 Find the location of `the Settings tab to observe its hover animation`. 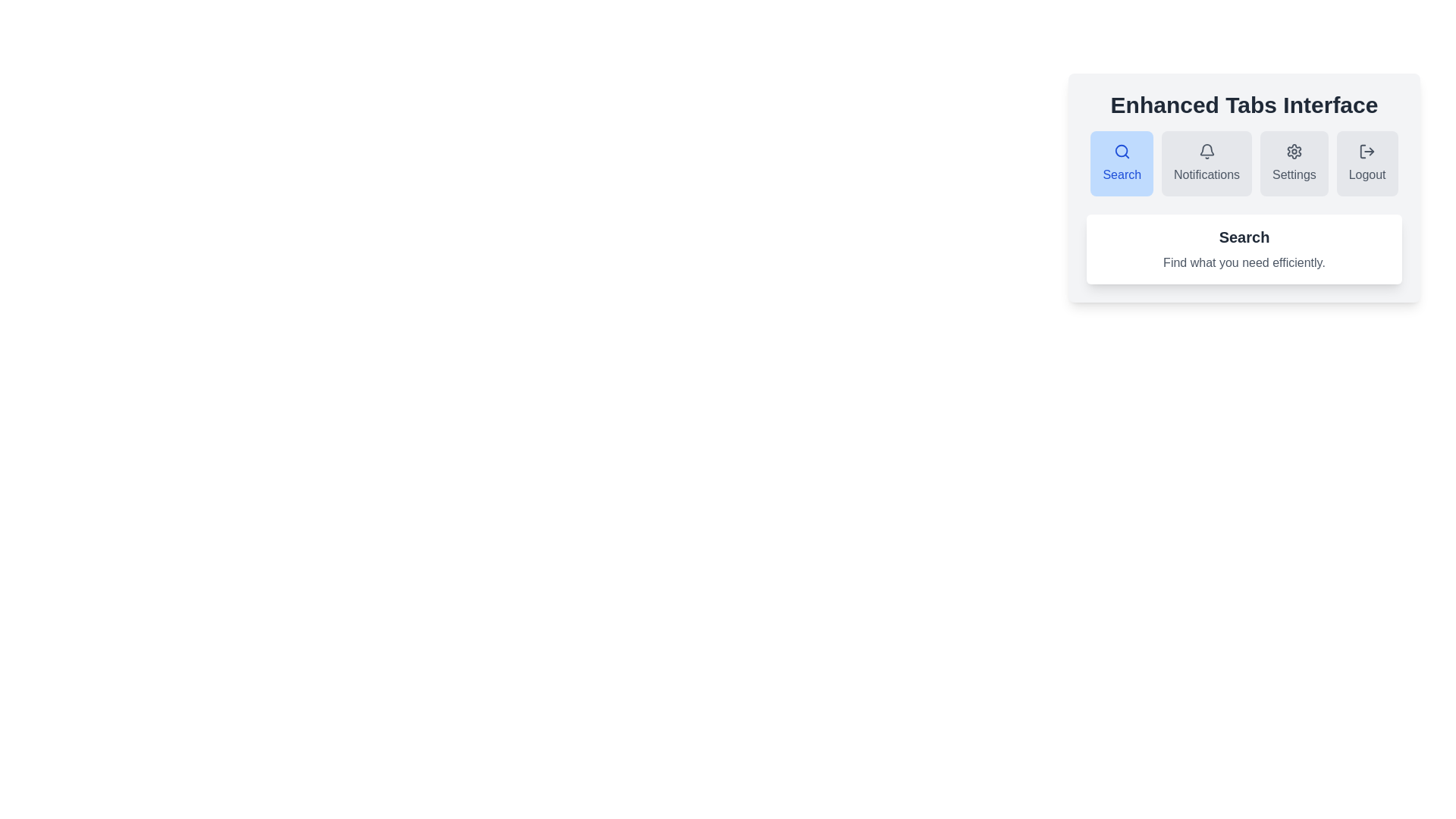

the Settings tab to observe its hover animation is located at coordinates (1293, 164).